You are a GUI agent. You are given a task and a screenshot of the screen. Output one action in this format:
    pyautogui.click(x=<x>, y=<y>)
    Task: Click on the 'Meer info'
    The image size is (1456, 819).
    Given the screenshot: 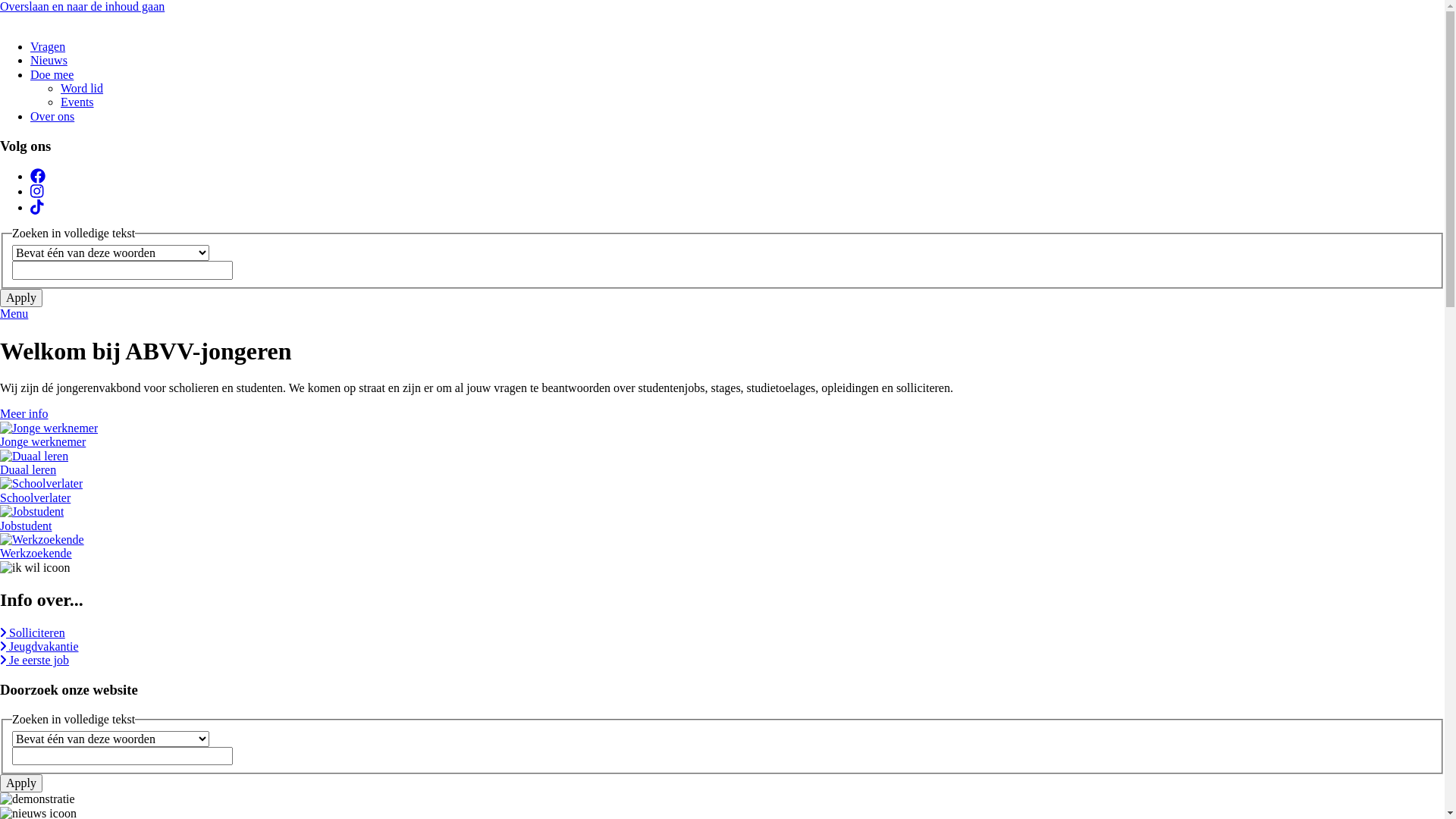 What is the action you would take?
    pyautogui.click(x=24, y=413)
    